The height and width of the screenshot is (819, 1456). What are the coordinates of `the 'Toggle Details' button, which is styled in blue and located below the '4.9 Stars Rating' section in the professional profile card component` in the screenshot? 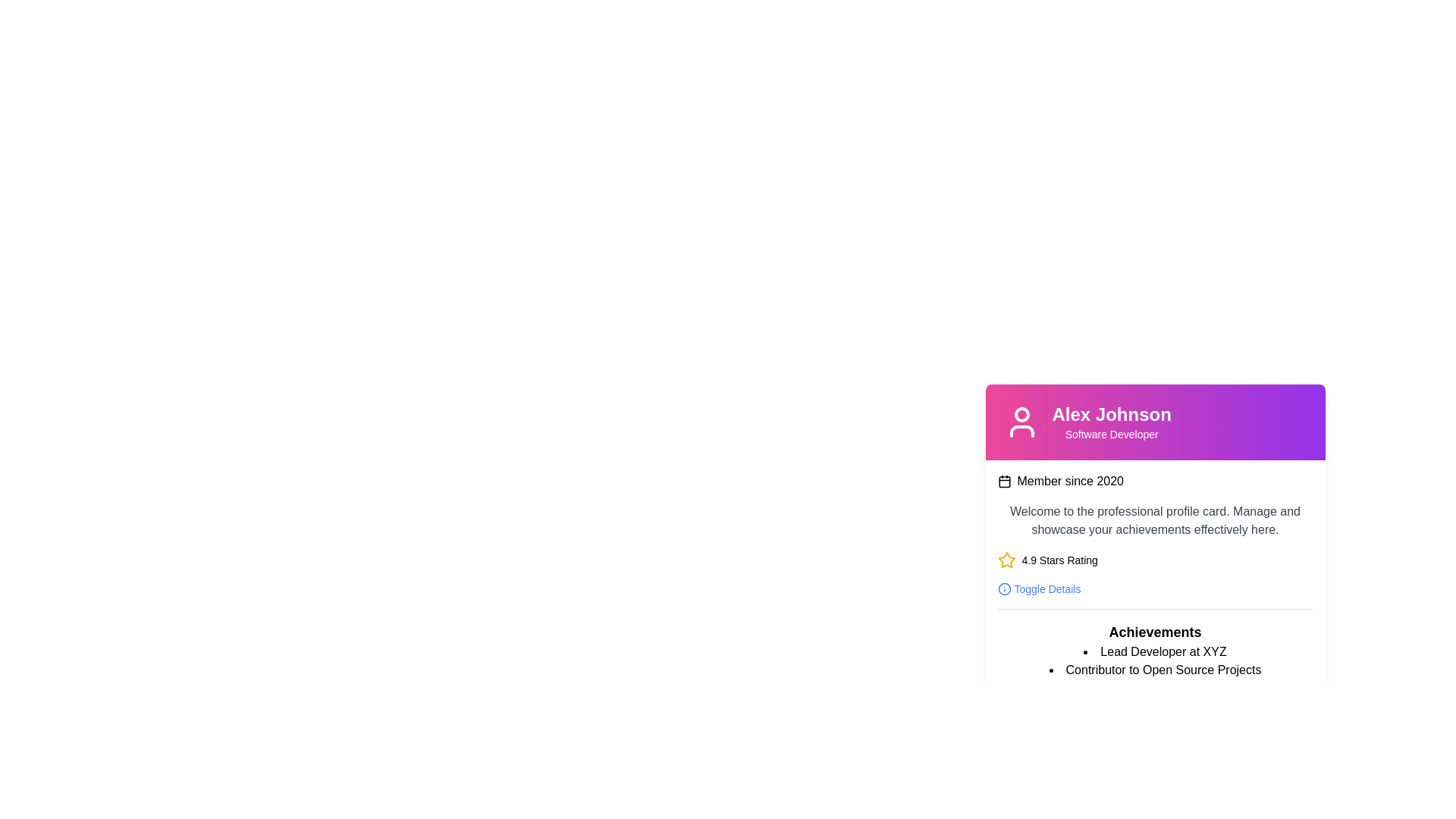 It's located at (1154, 588).